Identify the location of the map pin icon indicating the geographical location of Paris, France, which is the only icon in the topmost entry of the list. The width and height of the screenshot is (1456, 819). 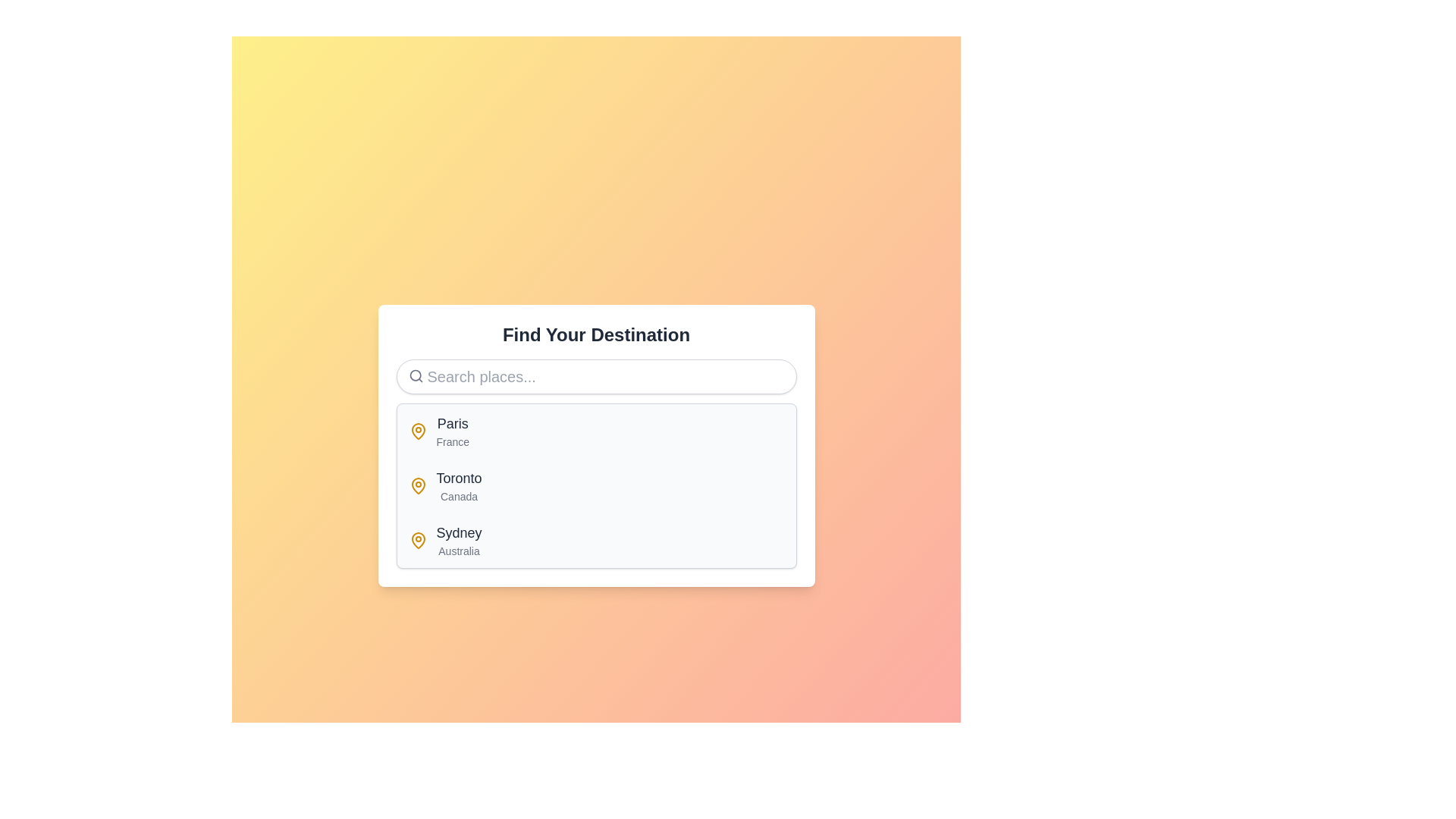
(418, 431).